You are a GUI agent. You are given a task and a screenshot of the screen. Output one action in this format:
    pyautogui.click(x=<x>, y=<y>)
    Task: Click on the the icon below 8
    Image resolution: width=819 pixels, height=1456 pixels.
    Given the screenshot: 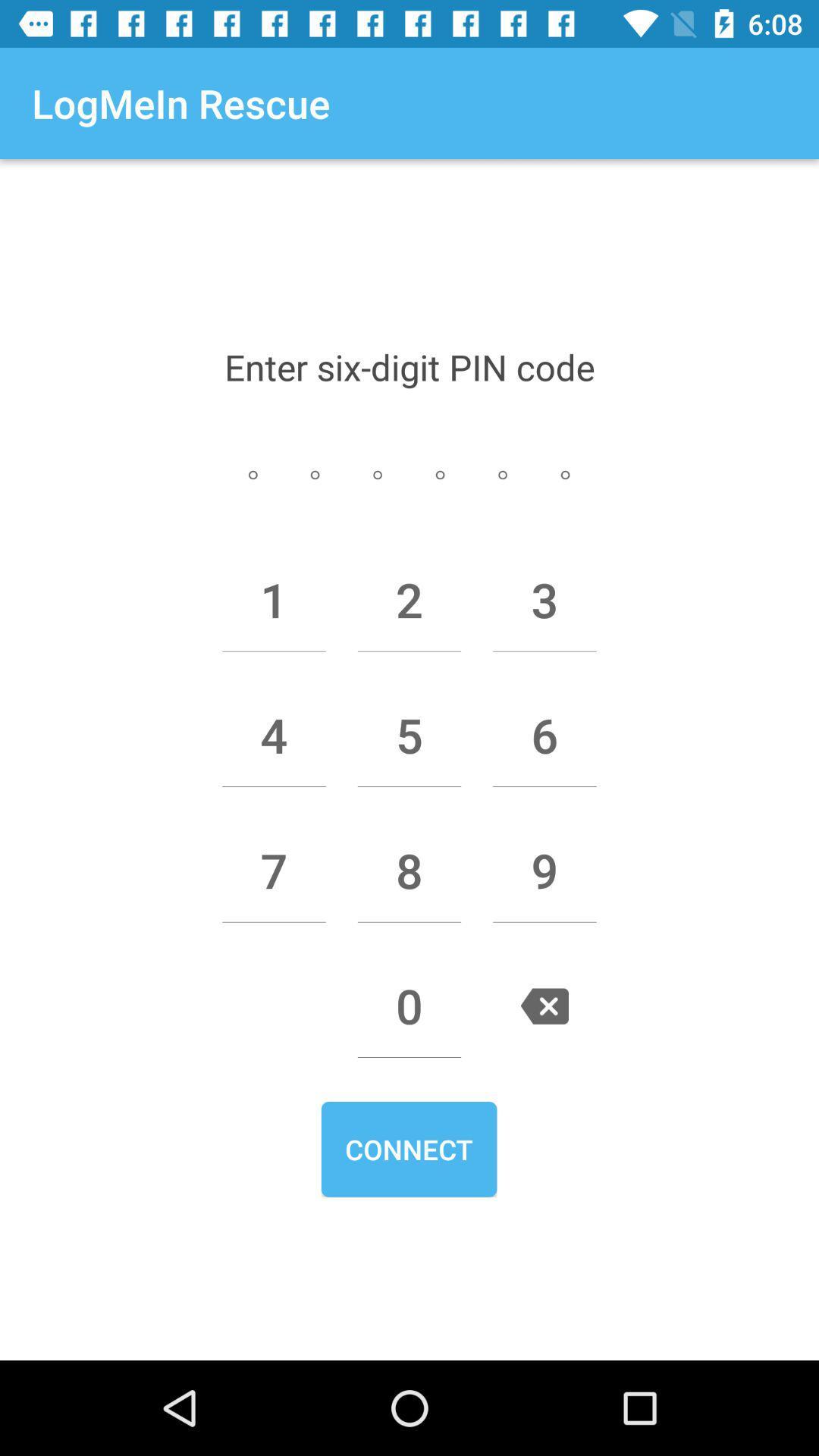 What is the action you would take?
    pyautogui.click(x=409, y=1006)
    